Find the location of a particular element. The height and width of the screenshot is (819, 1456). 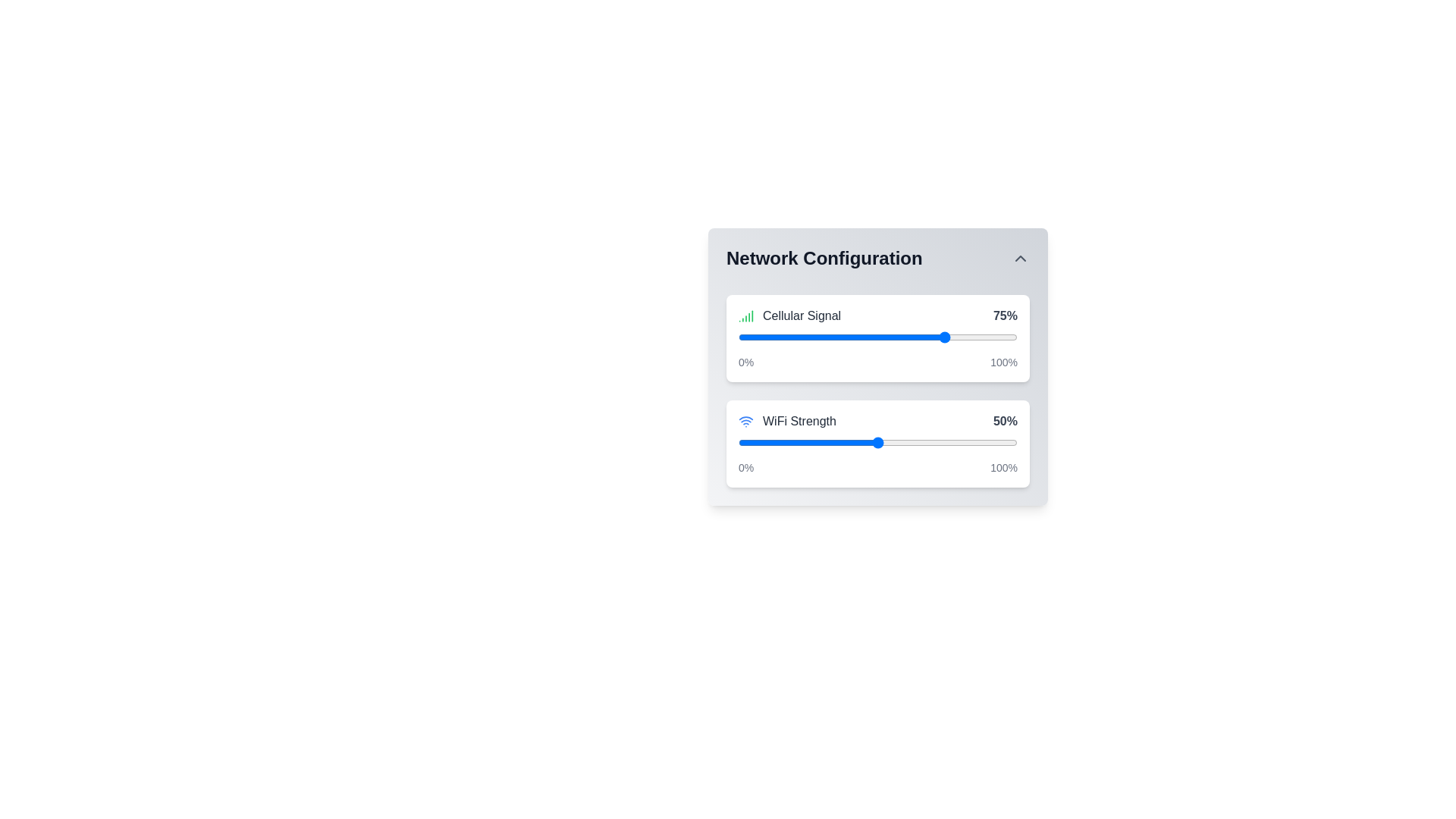

the 'Cellular Signal' label, which is styled in dark gray and located next to the green cellular signal icon under the 'Network Configuration' section is located at coordinates (801, 315).